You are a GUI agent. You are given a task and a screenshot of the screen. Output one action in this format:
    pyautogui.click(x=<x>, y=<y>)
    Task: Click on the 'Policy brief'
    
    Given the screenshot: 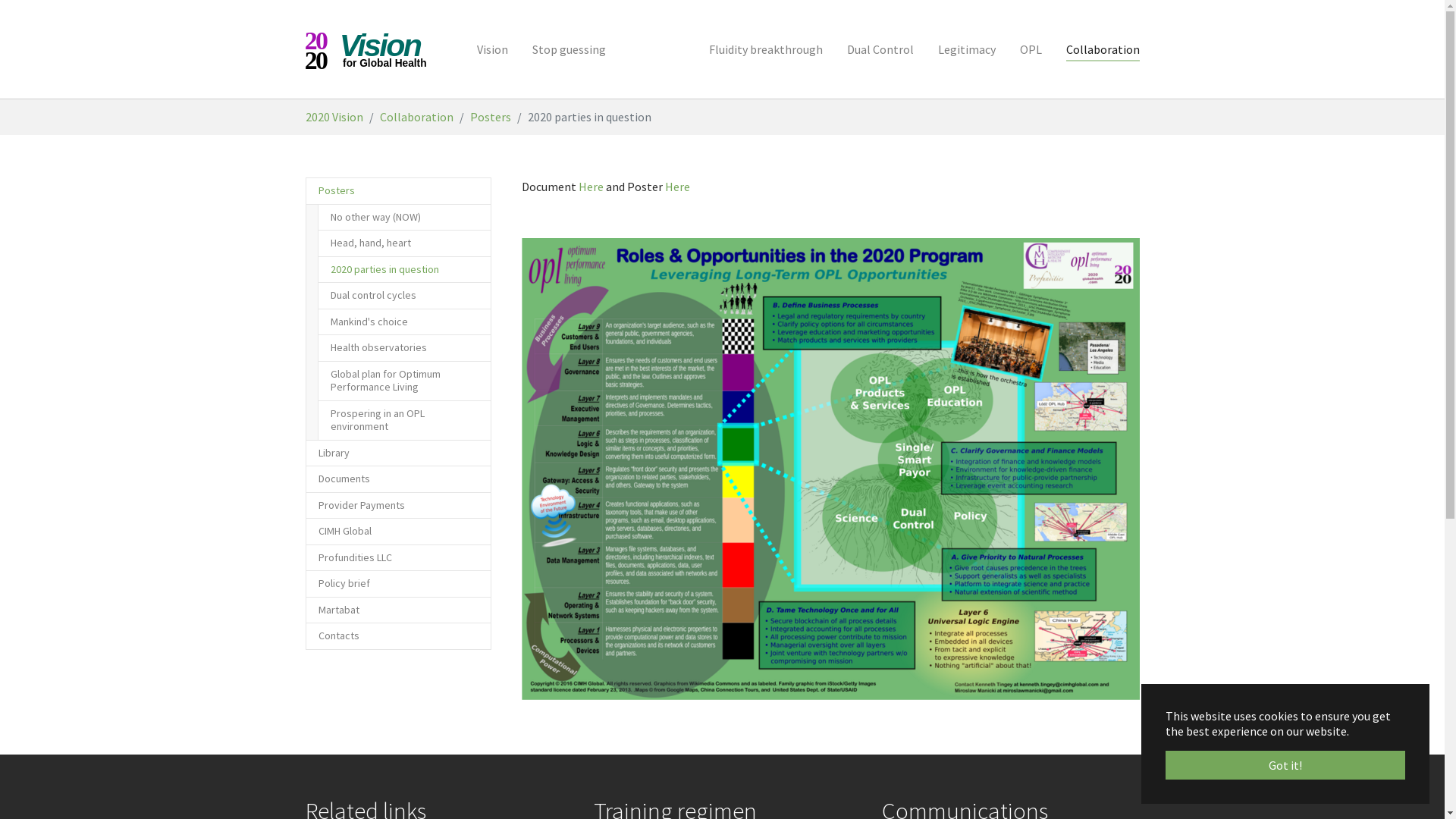 What is the action you would take?
    pyautogui.click(x=304, y=583)
    